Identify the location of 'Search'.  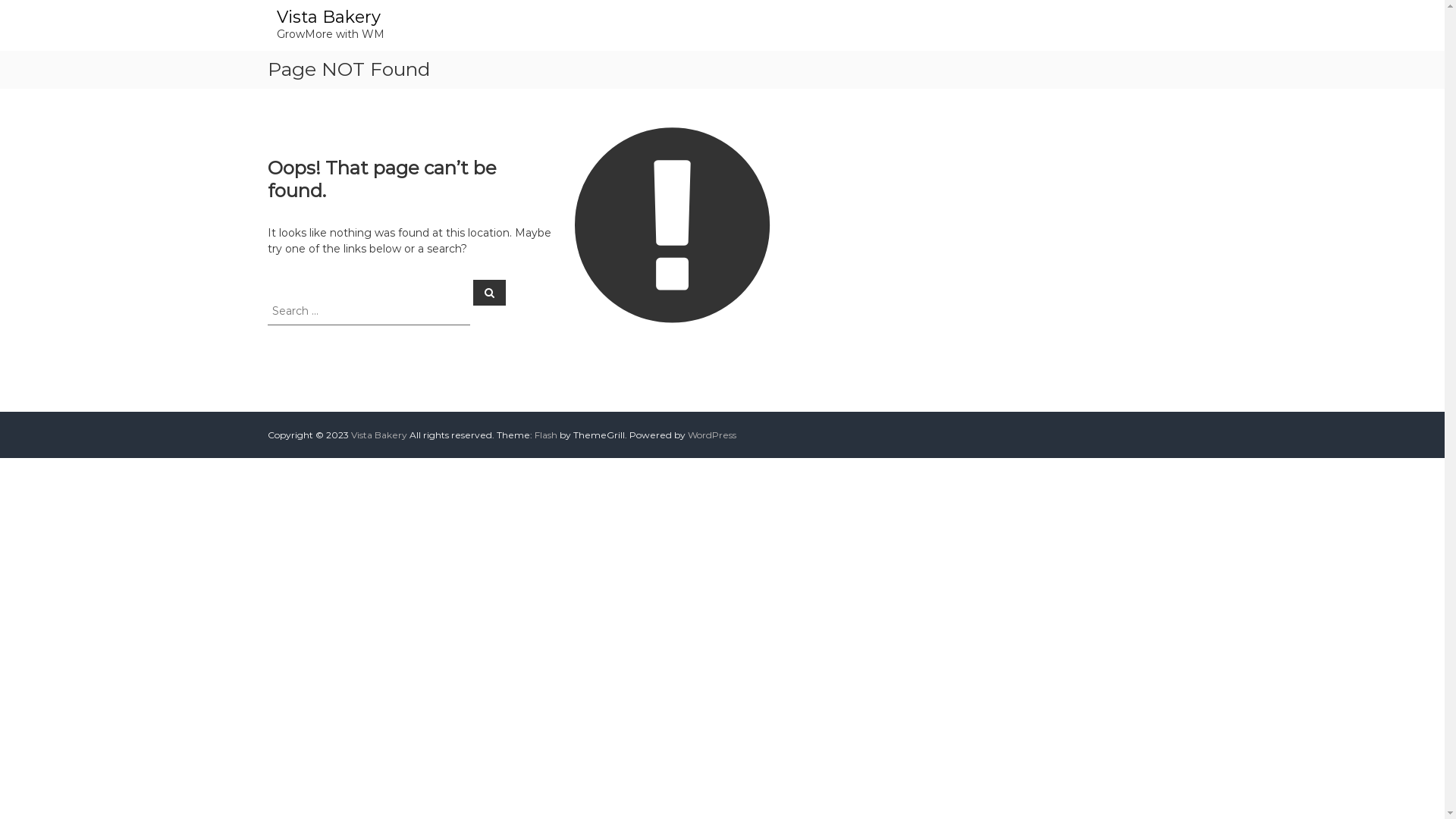
(489, 292).